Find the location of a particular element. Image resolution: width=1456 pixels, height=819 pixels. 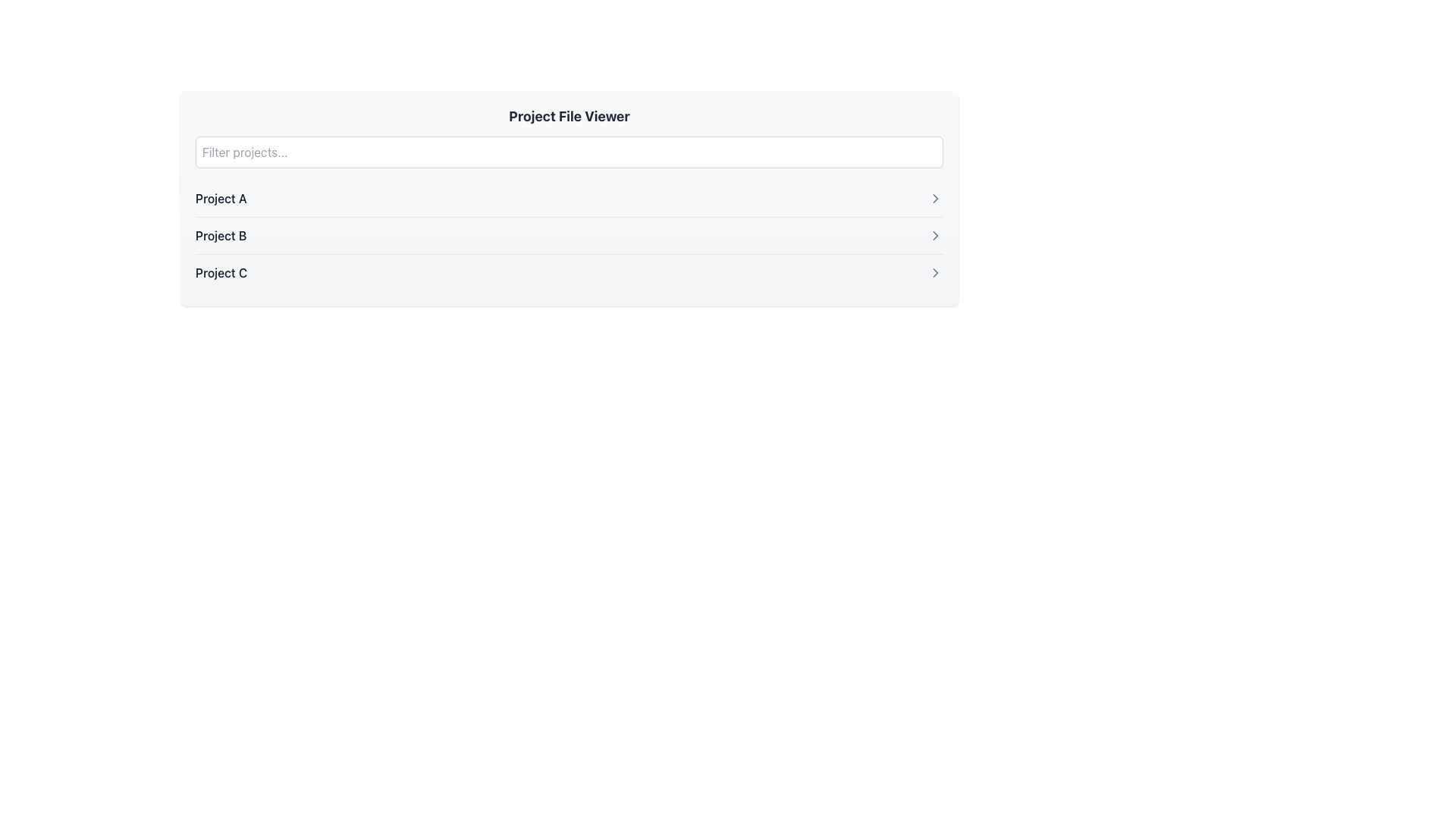

text label 'Project B' which is the second item in a vertical list of projects, positioned centrally between 'Project A' above and 'Project C' below is located at coordinates (220, 236).